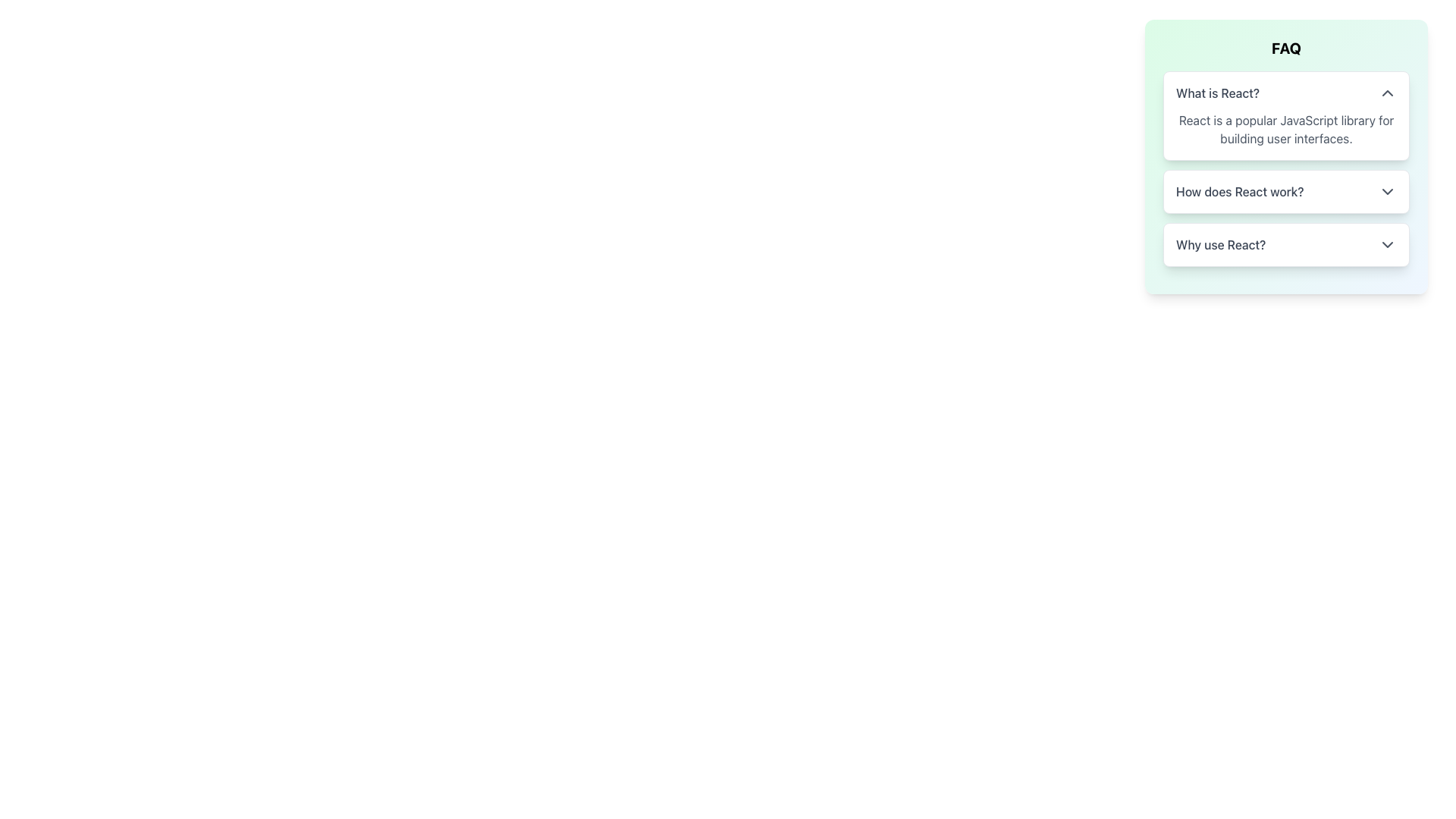 This screenshot has height=819, width=1456. What do you see at coordinates (1387, 244) in the screenshot?
I see `the gray downward pointing chevron icon located at the far right of the 'Why use React?' question text` at bounding box center [1387, 244].